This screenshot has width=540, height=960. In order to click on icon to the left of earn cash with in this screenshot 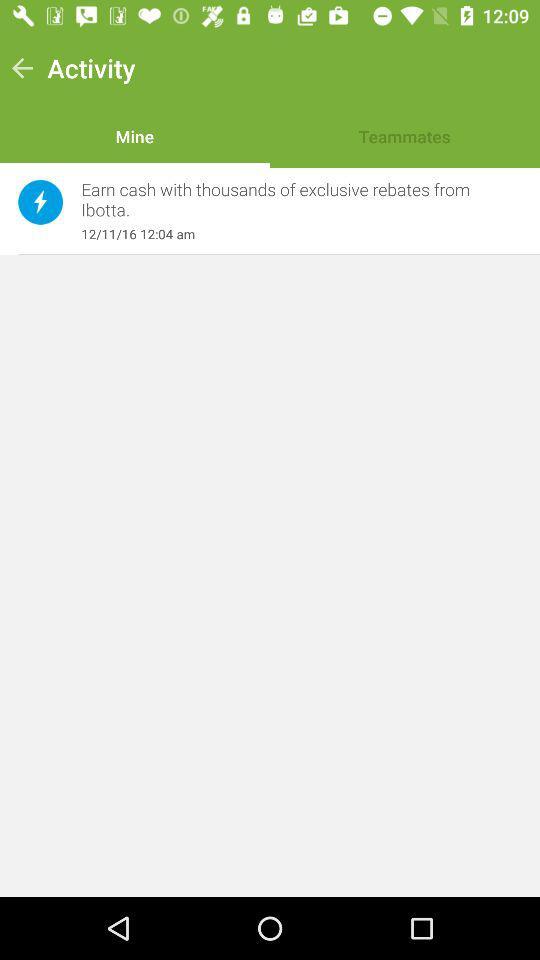, I will do `click(40, 202)`.